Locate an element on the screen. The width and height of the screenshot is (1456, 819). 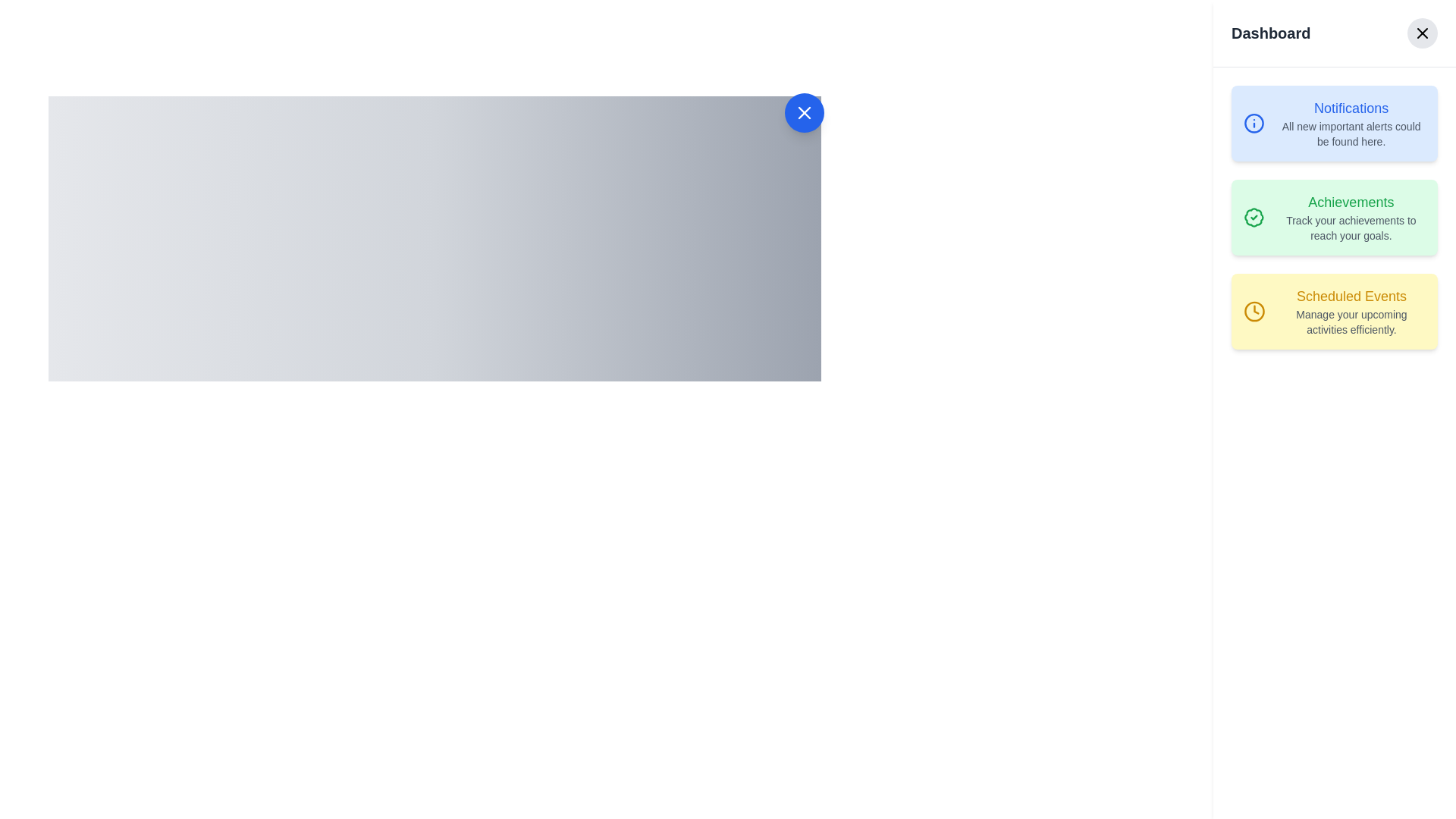
the Text Display element that shows 'Achievements' and its description 'Track your achievements to reach your goals.' is located at coordinates (1351, 217).